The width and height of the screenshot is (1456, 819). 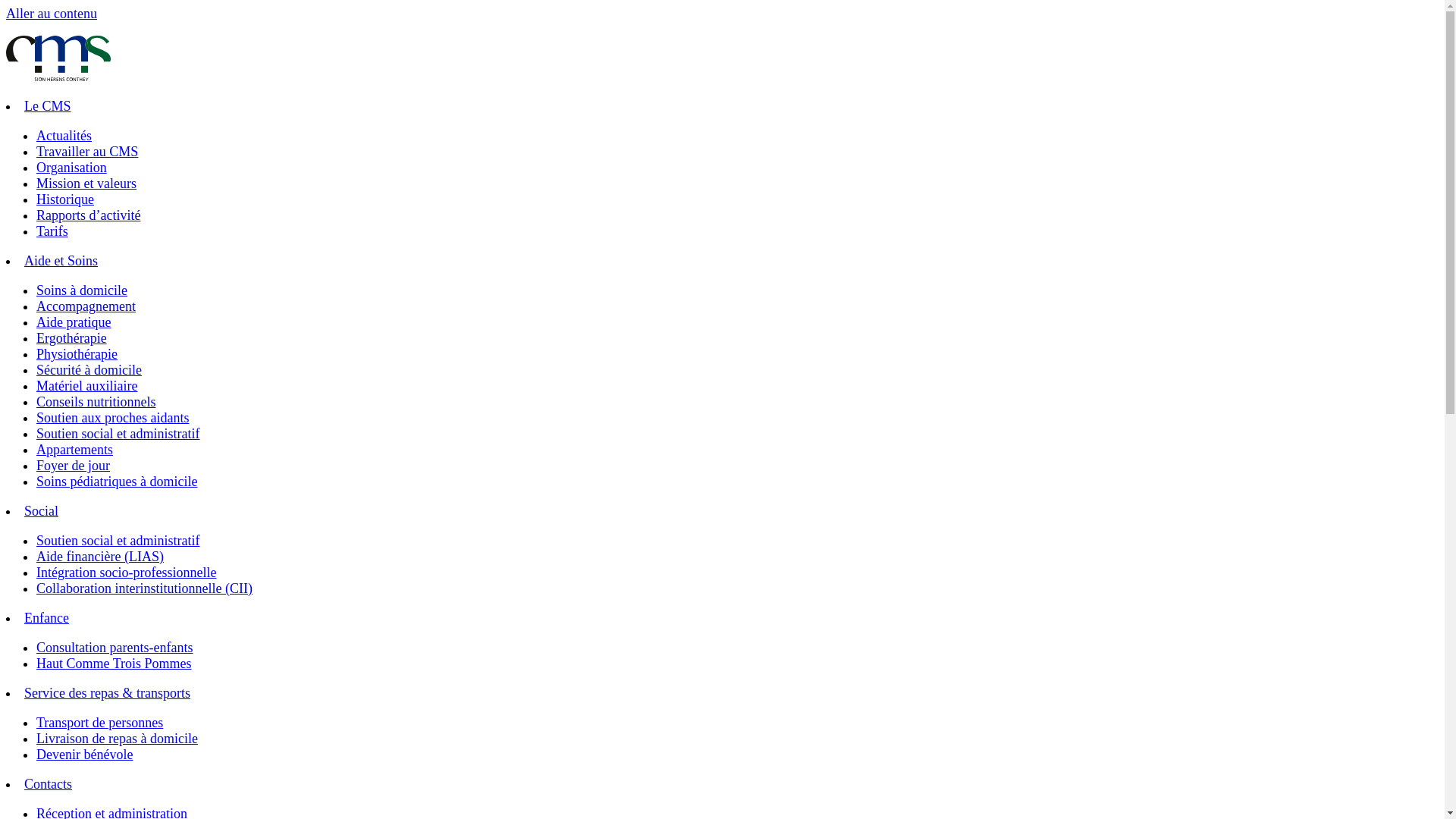 I want to click on 'Soutien social et administratif', so click(x=117, y=540).